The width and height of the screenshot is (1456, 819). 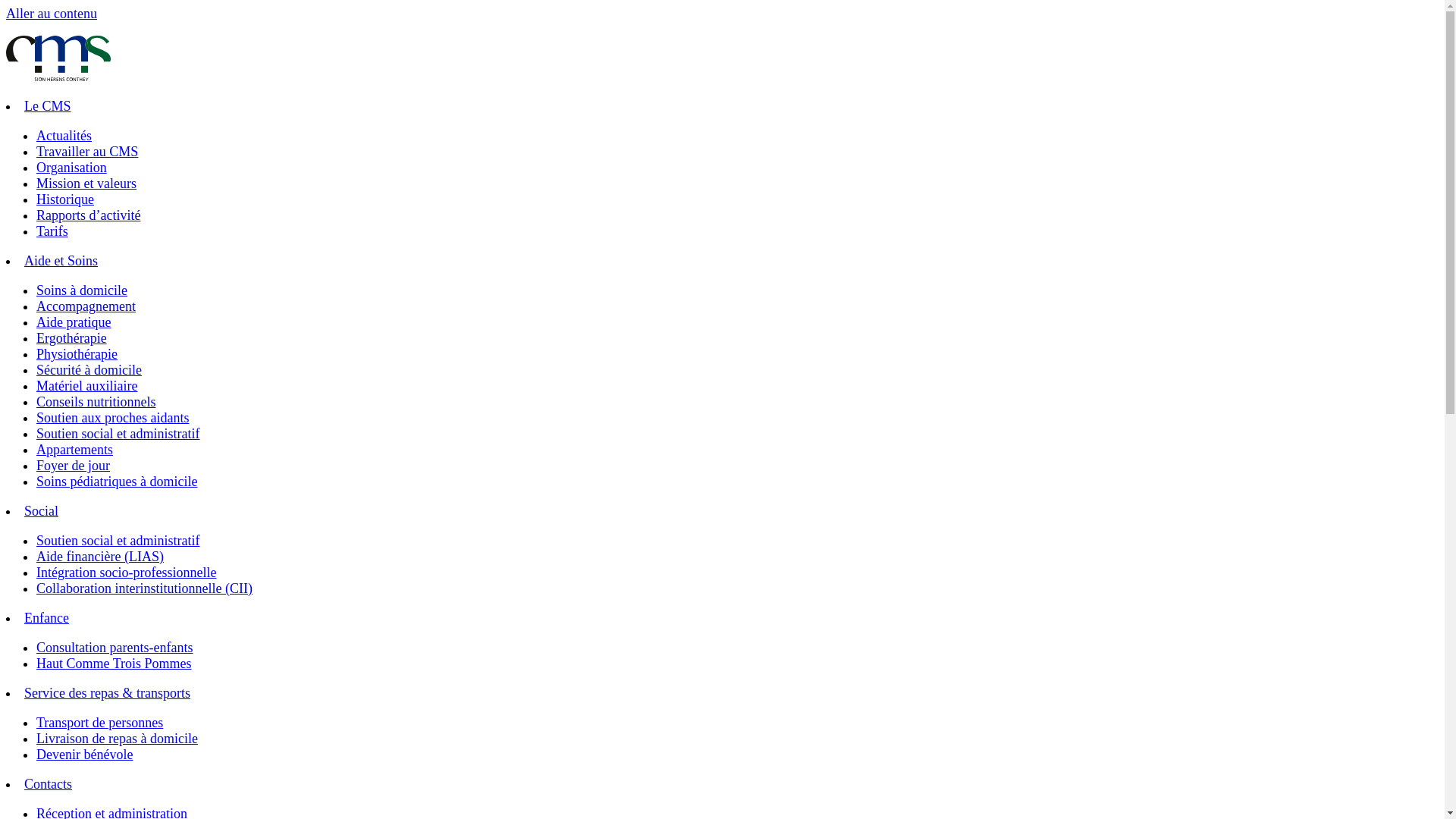 I want to click on 'Soutien social et administratif', so click(x=117, y=540).